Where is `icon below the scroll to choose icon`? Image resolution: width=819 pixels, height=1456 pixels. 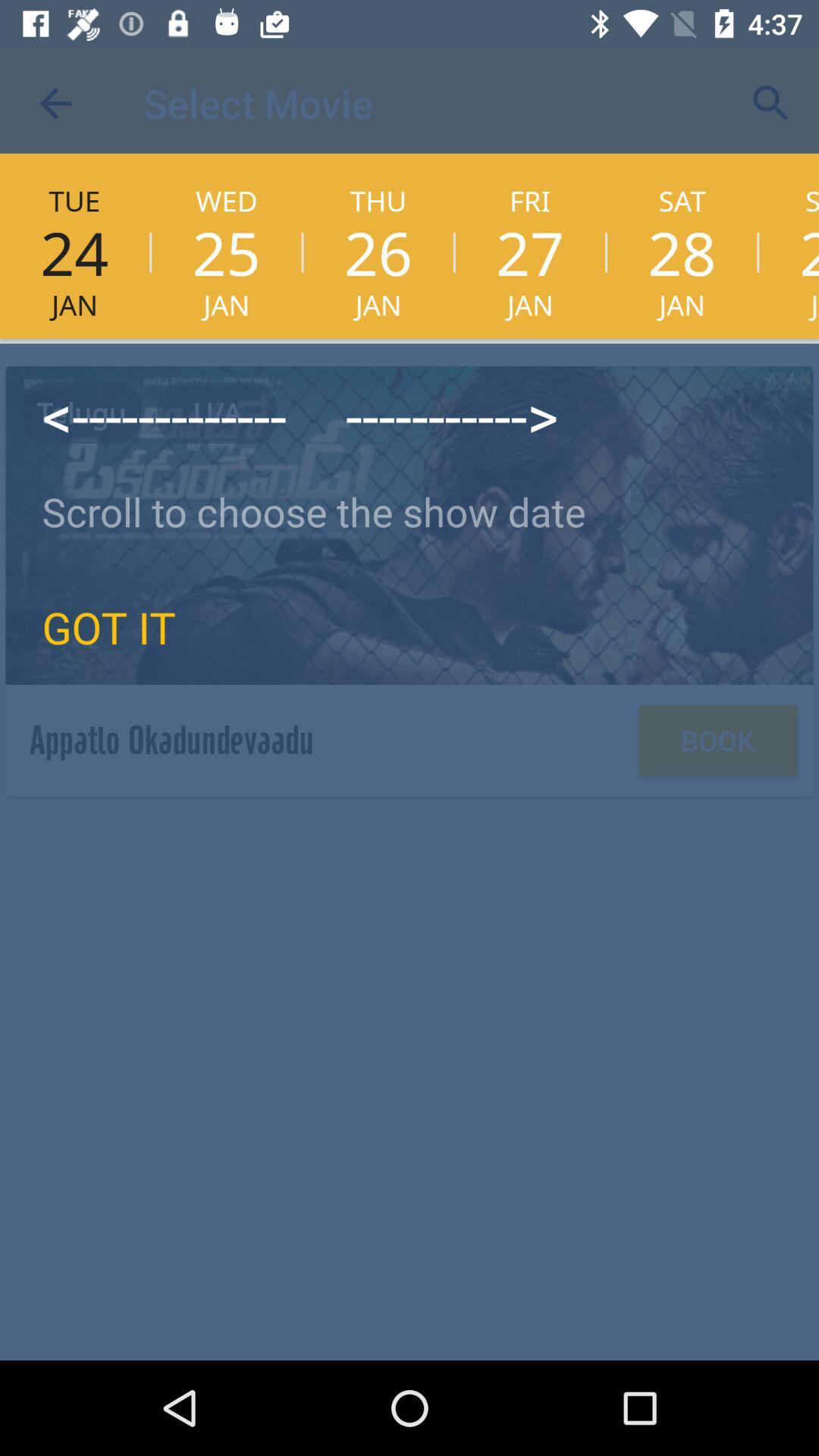 icon below the scroll to choose icon is located at coordinates (108, 626).